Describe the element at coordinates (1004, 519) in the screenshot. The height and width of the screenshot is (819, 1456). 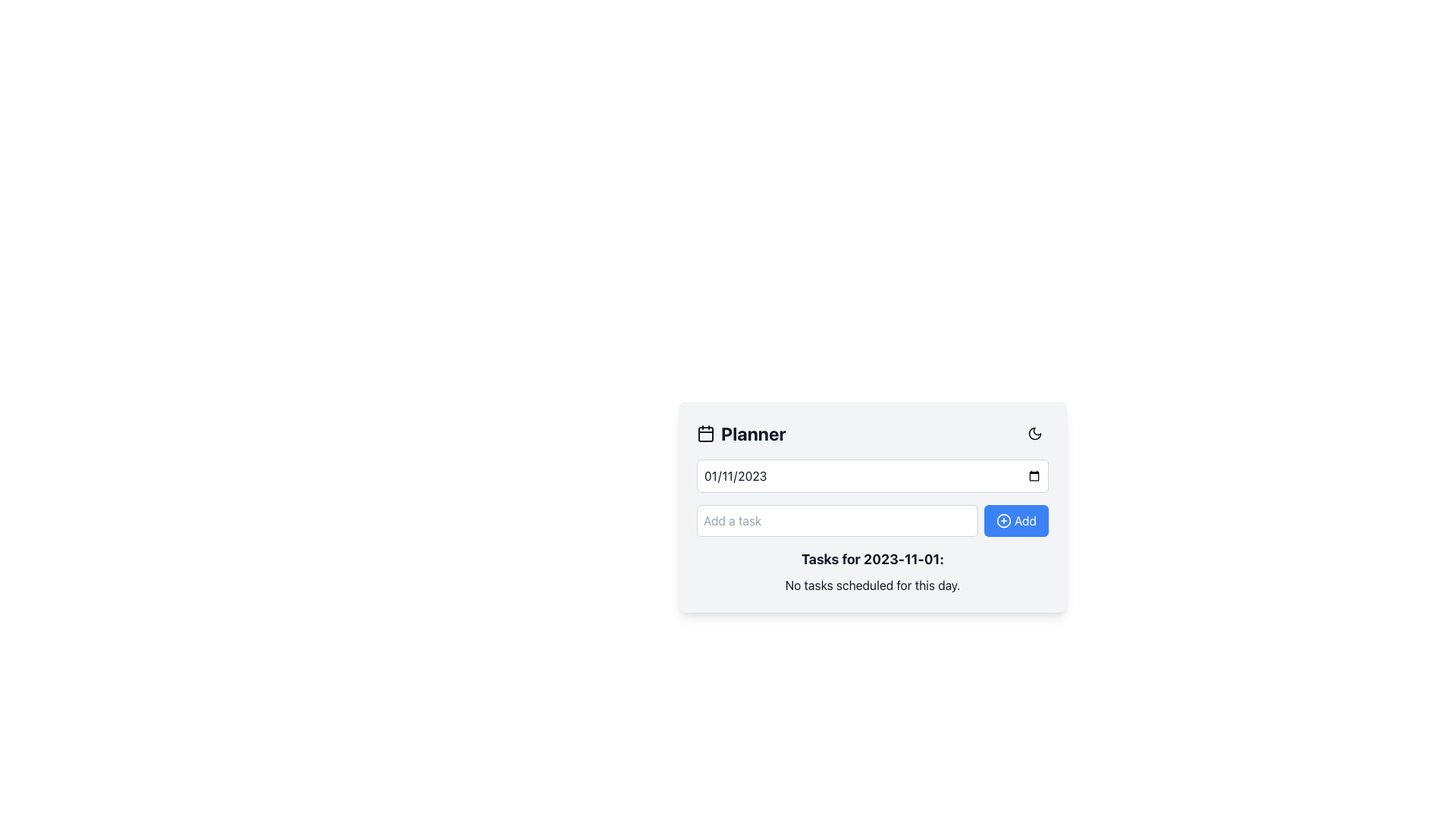
I see `the blue outlined circular icon part of the 'Add' button which contains a plus sign` at that location.